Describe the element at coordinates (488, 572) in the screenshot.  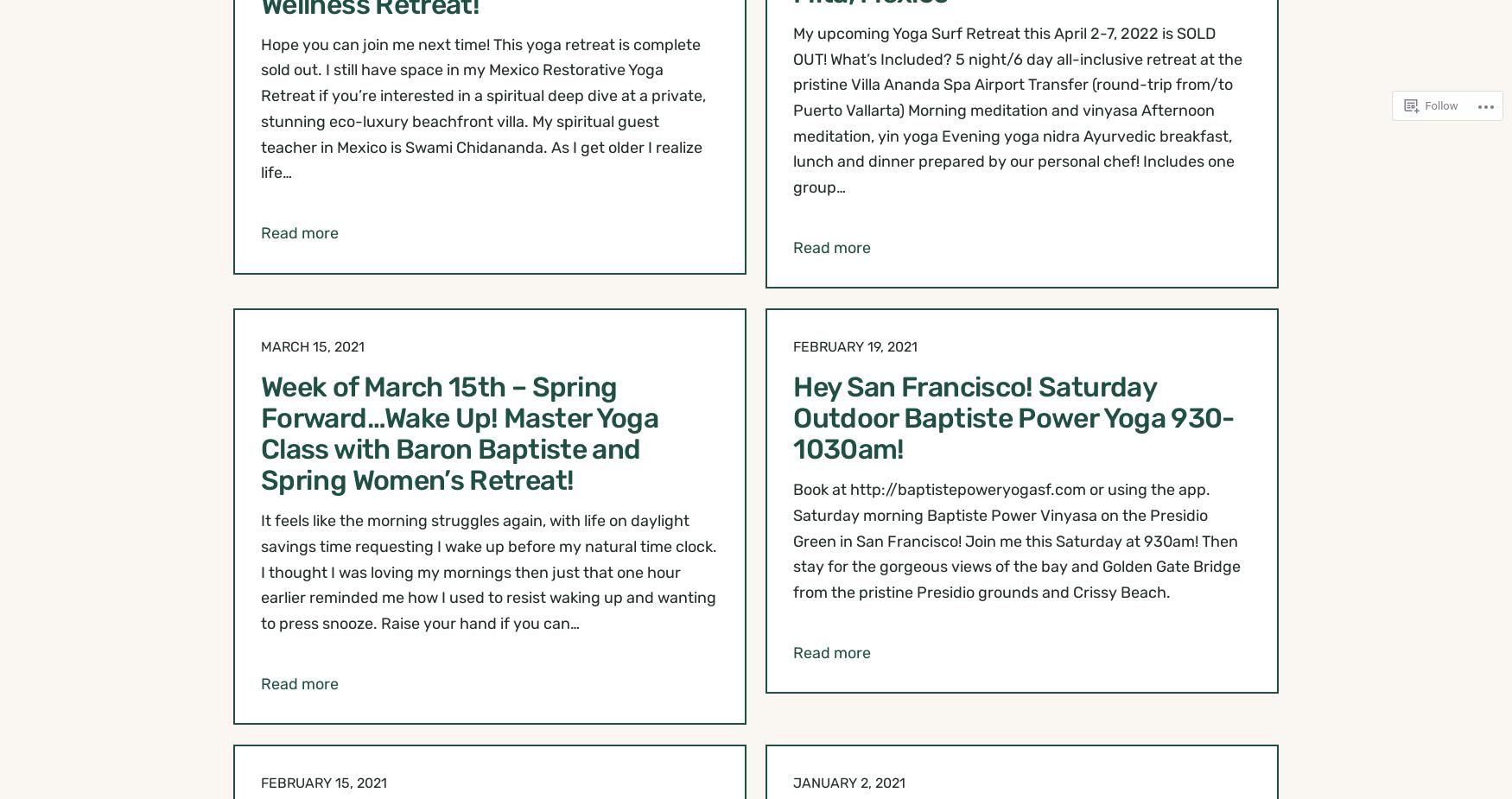
I see `'It feels like the morning struggles again, with life on daylight savings time requesting I wake up before my natural time clock. I thought I was loving my mornings then just that one hour earlier reminded me how I used to resist waking up and wanting to press snooze. Raise your hand if you can…'` at that location.